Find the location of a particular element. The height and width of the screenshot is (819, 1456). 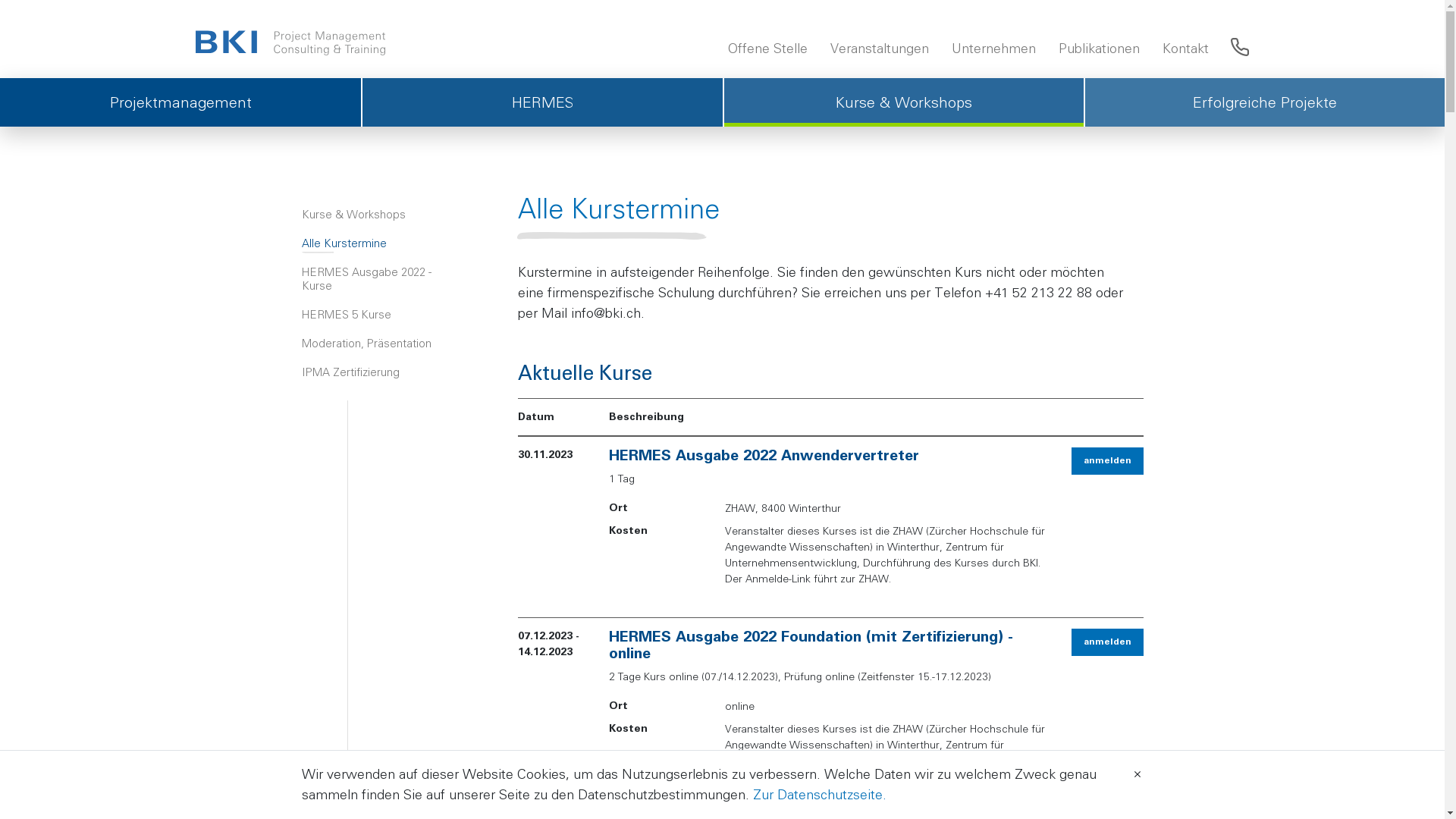

'Publikationen' is located at coordinates (1098, 48).